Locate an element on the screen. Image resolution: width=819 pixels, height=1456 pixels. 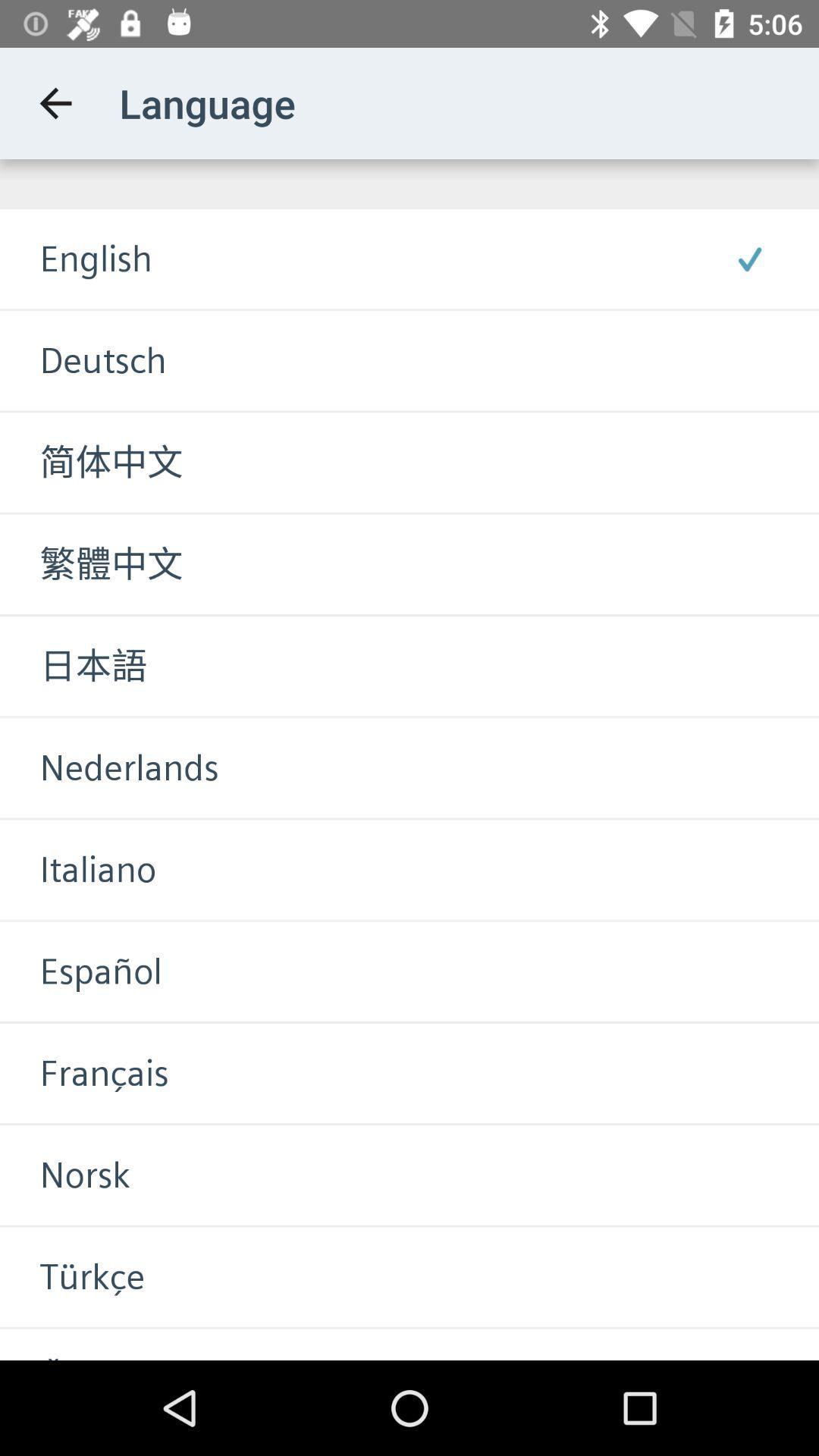
the item below the deutsch item is located at coordinates (91, 462).